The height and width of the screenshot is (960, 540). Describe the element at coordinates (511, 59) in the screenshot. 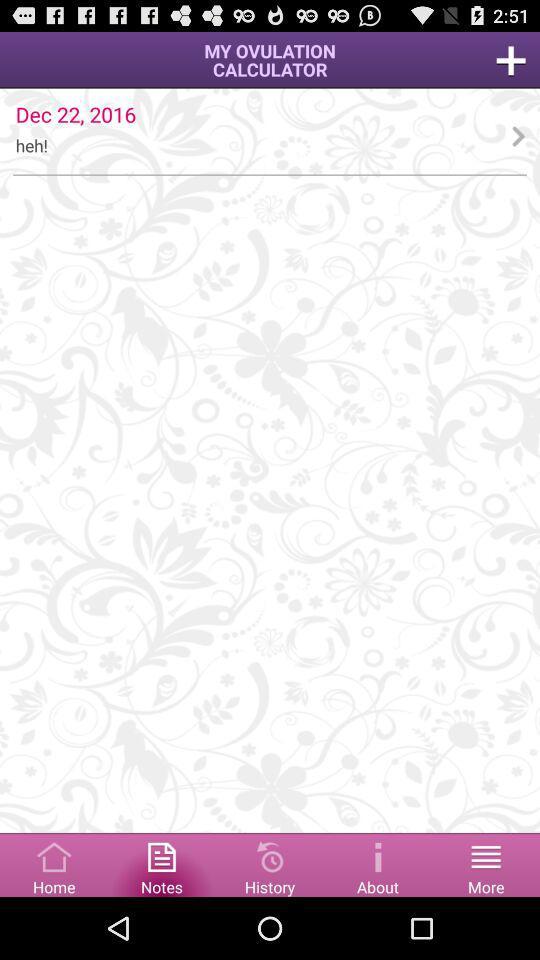

I see `option` at that location.